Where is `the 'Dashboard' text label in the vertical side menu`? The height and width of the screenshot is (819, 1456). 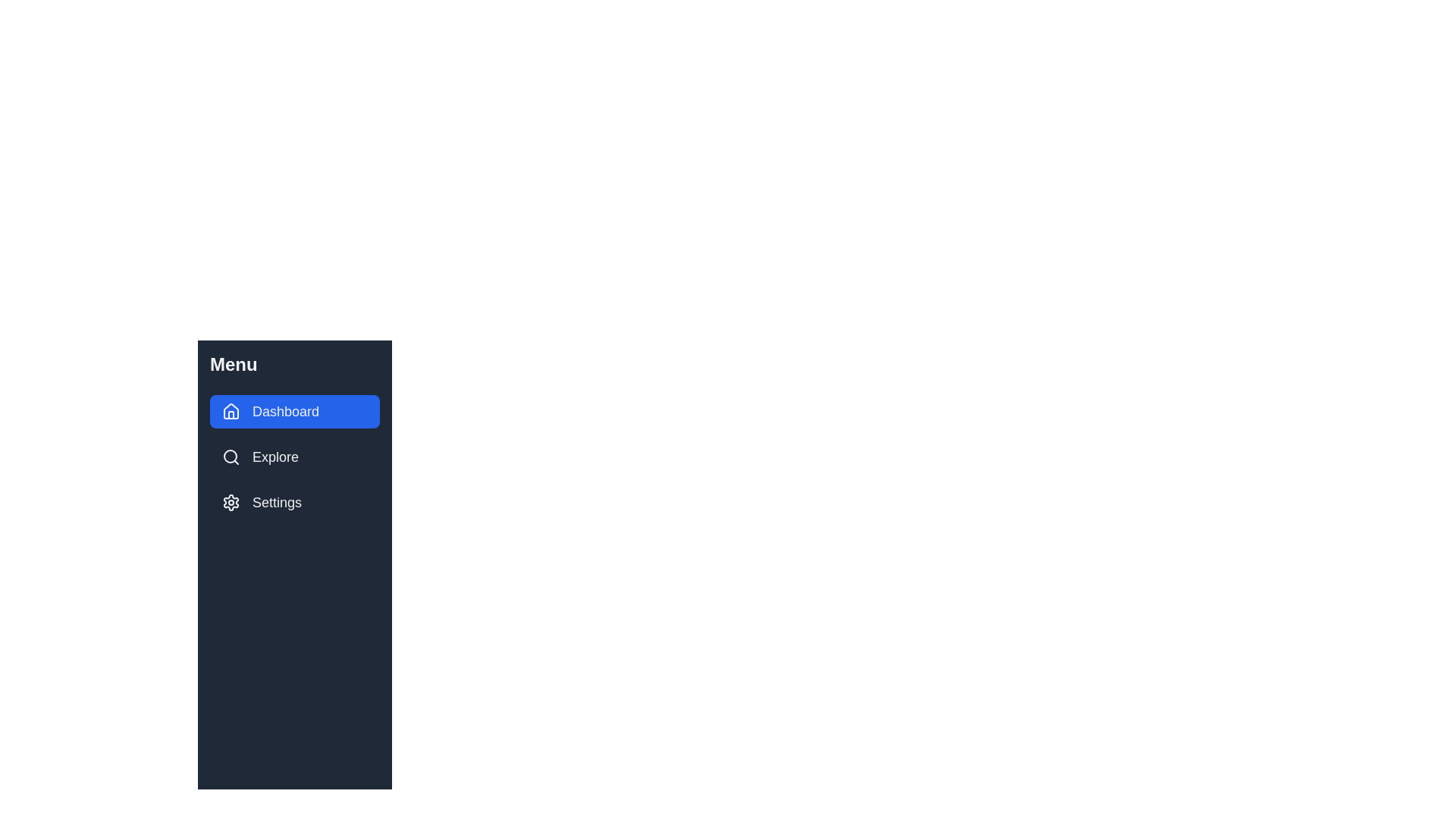
the 'Dashboard' text label in the vertical side menu is located at coordinates (286, 412).